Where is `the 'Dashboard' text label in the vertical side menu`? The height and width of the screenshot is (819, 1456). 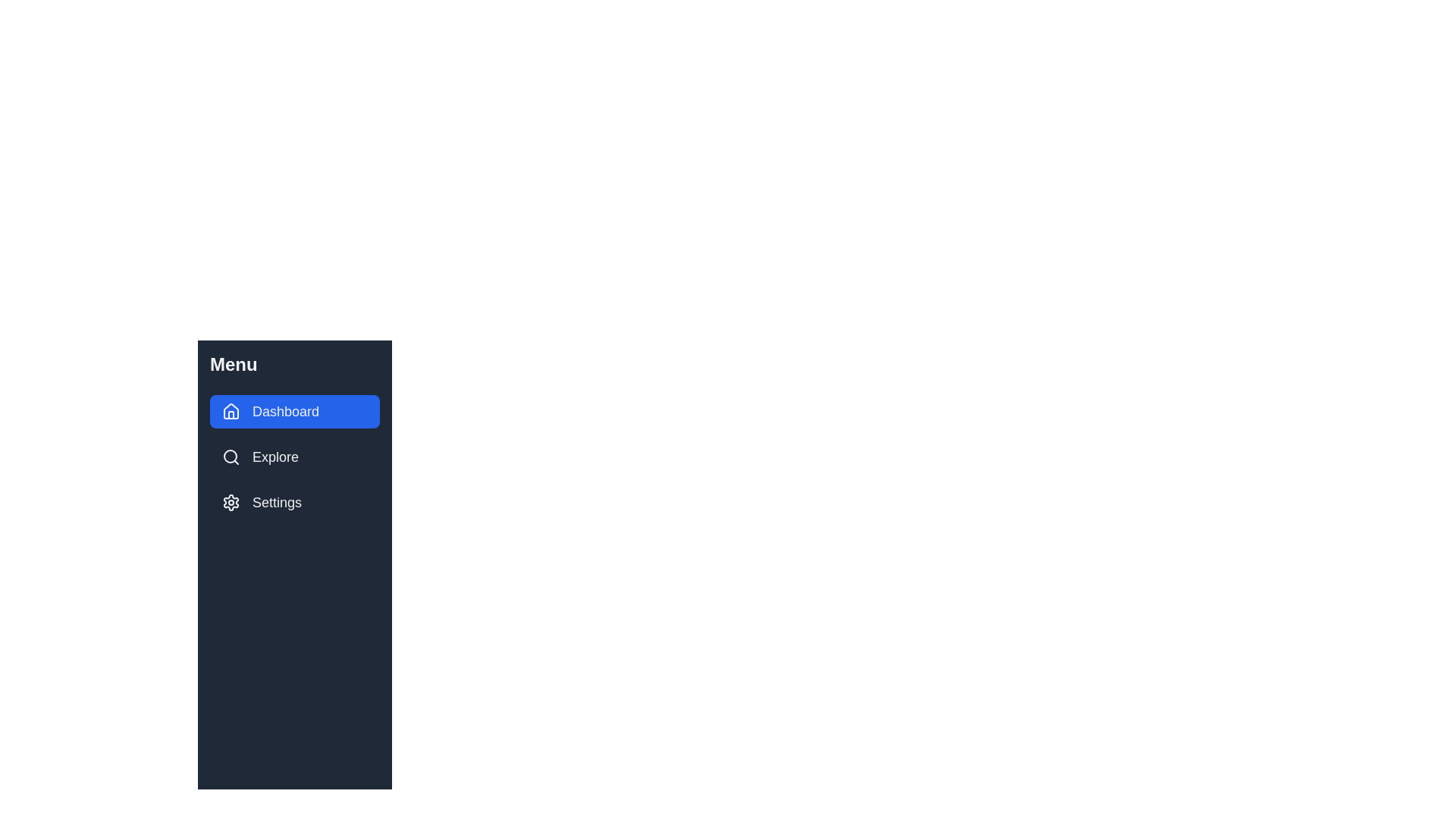
the 'Dashboard' text label in the vertical side menu is located at coordinates (286, 412).